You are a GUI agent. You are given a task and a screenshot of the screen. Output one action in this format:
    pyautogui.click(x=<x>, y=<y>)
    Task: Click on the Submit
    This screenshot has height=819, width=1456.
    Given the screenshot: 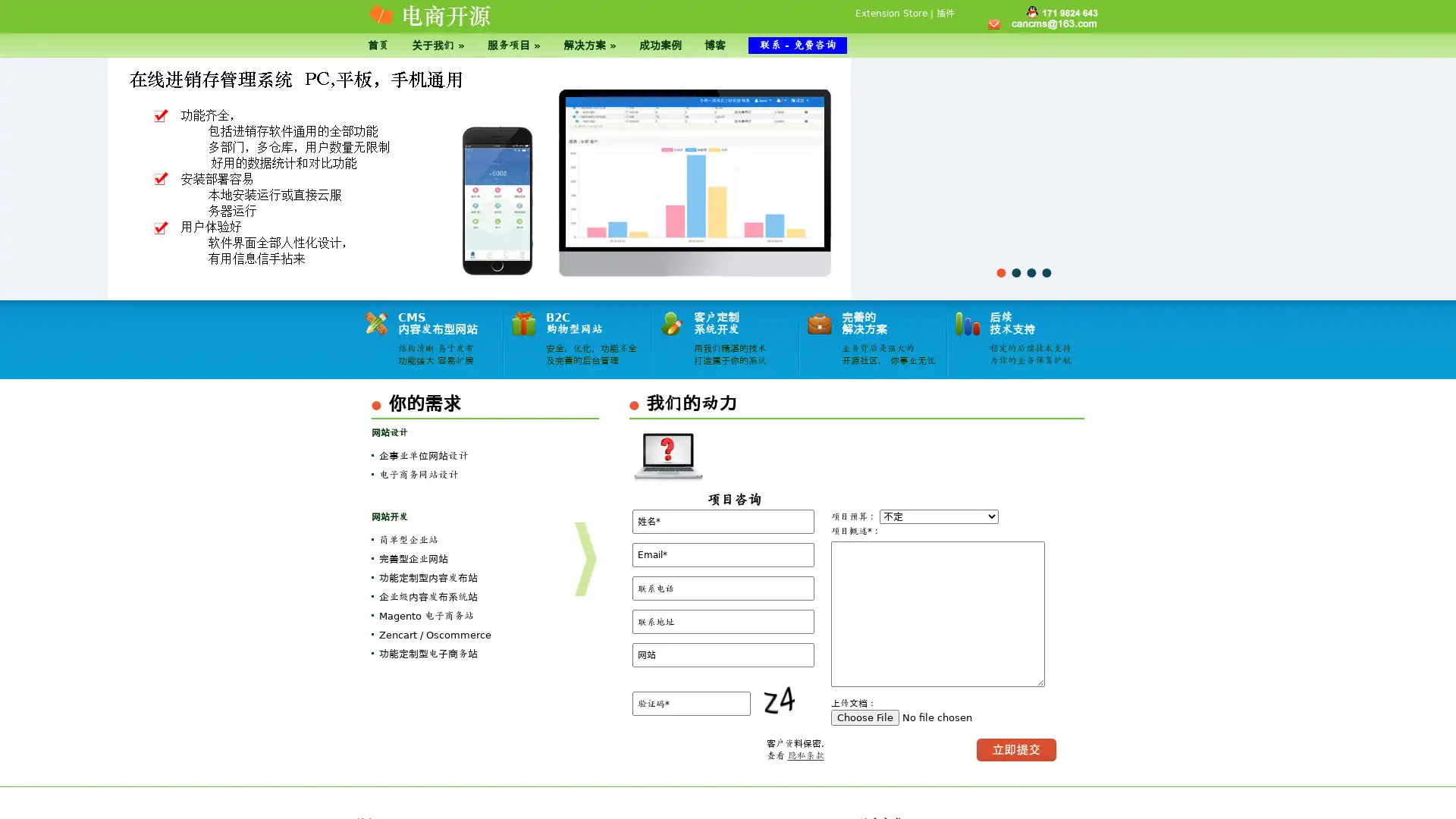 What is the action you would take?
    pyautogui.click(x=1016, y=748)
    